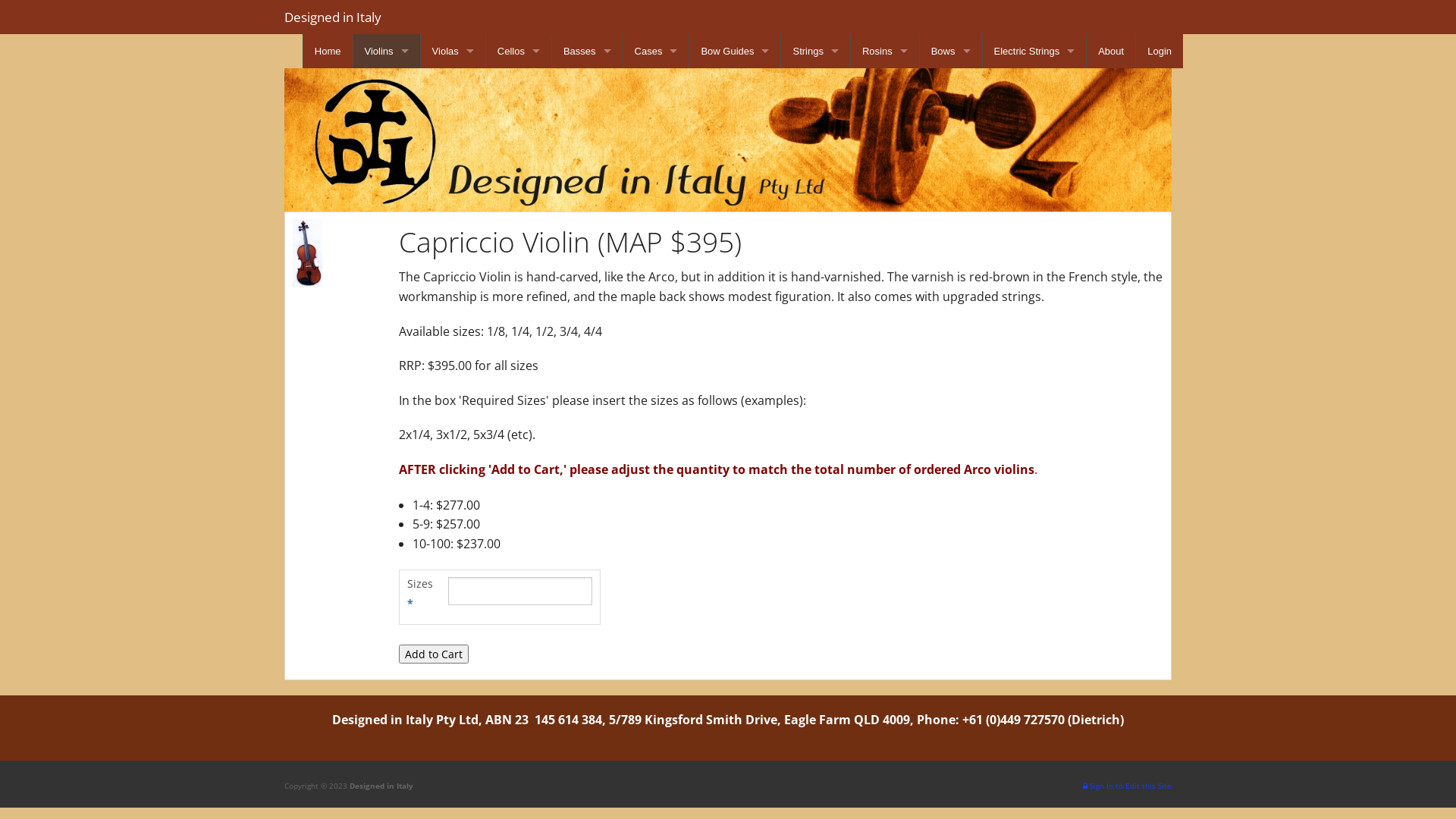  What do you see at coordinates (814, 50) in the screenshot?
I see `'Strings'` at bounding box center [814, 50].